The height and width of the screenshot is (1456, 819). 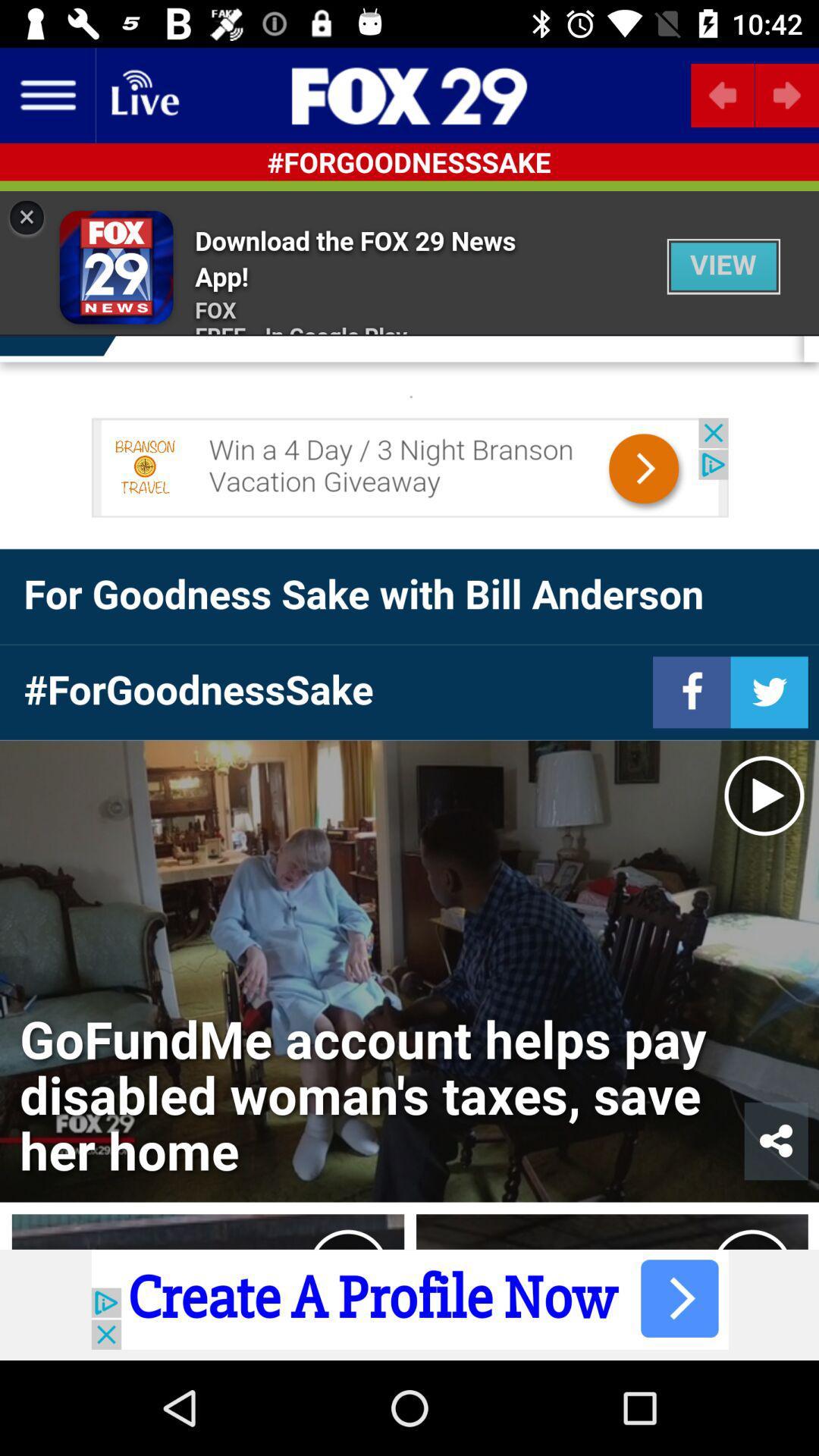 I want to click on the arrow_forward icon, so click(x=786, y=94).